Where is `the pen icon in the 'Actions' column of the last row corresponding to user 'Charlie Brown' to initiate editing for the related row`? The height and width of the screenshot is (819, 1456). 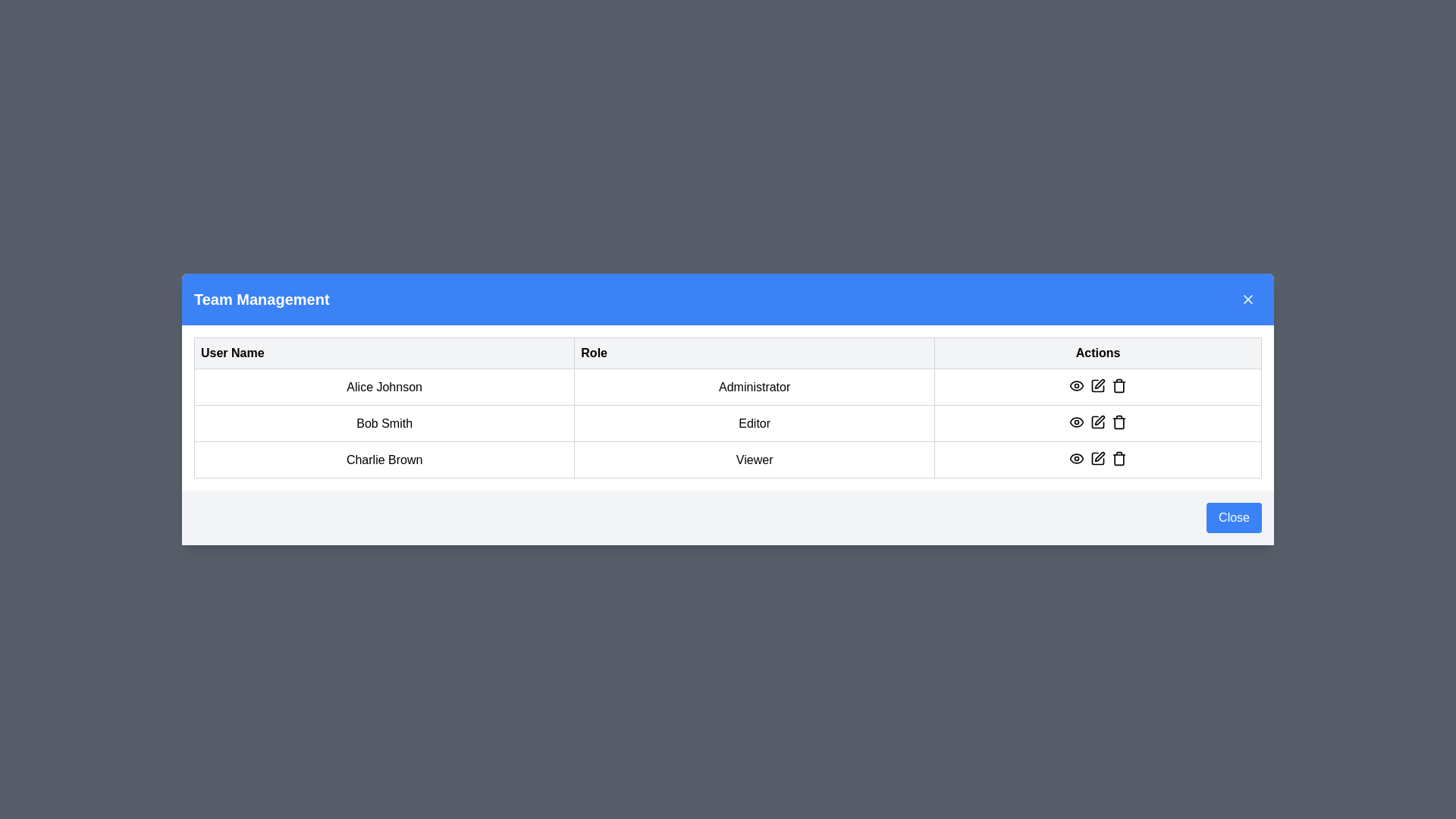 the pen icon in the 'Actions' column of the last row corresponding to user 'Charlie Brown' to initiate editing for the related row is located at coordinates (1100, 456).